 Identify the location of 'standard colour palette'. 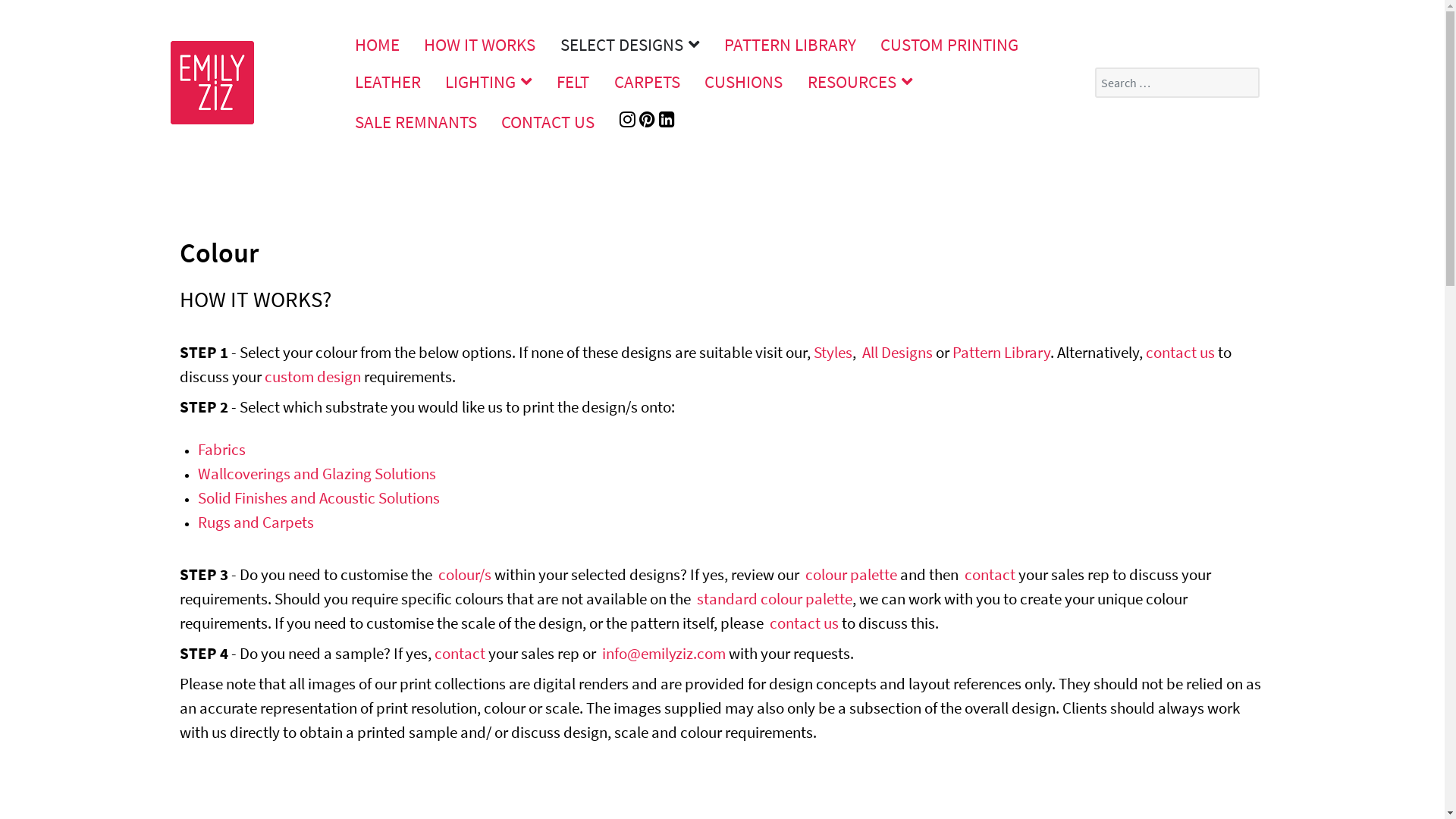
(695, 598).